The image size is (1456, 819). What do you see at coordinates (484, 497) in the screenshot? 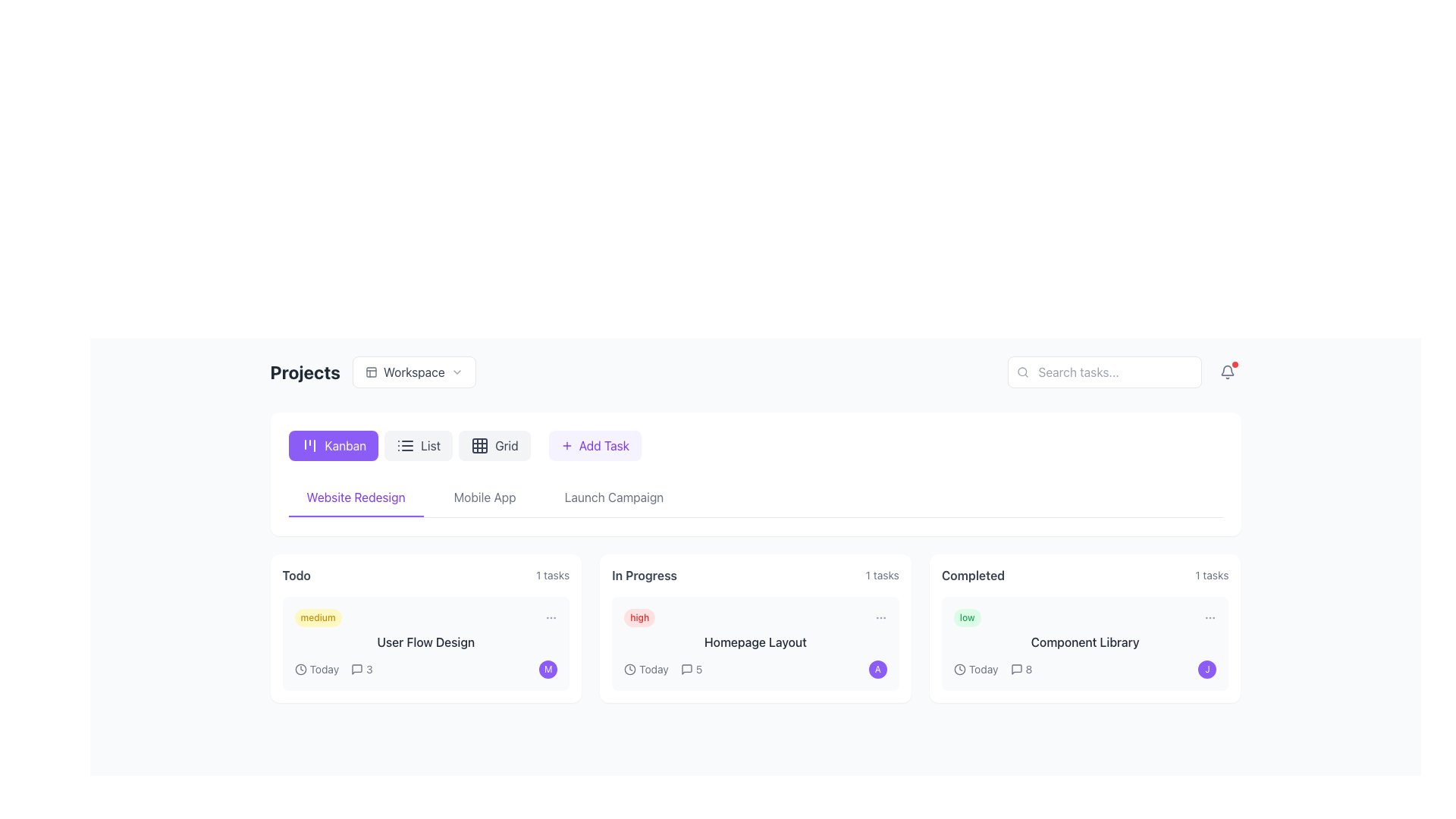
I see `the 'Mobile App' tab, the second tab in a row of three tabs below the 'Projects' label` at bounding box center [484, 497].